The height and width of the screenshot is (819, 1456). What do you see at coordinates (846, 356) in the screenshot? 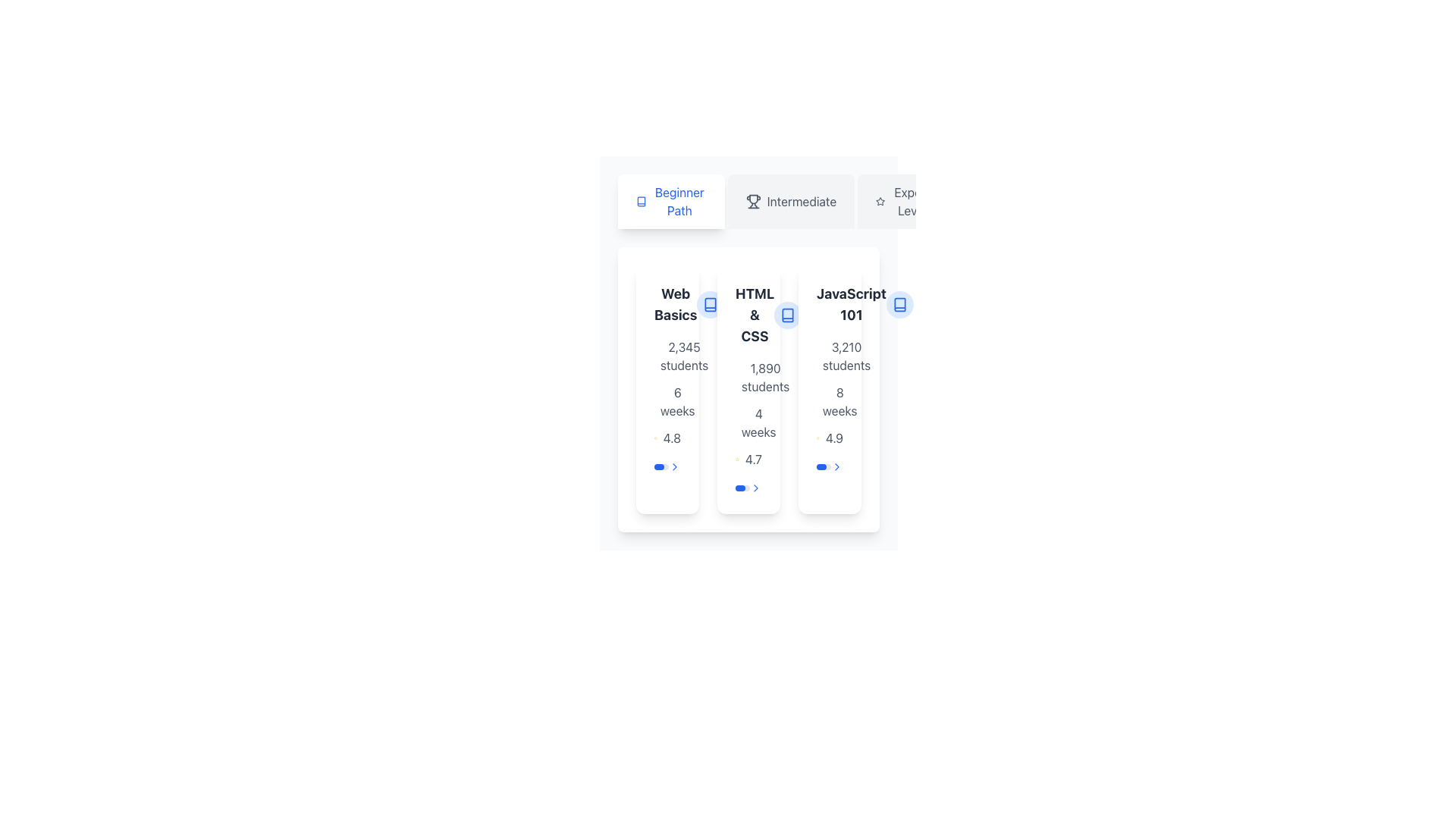
I see `the static text display UI element that shows the number of students enrolled in the 'JavaScript 101' course, located in the third column beneath the course title` at bounding box center [846, 356].